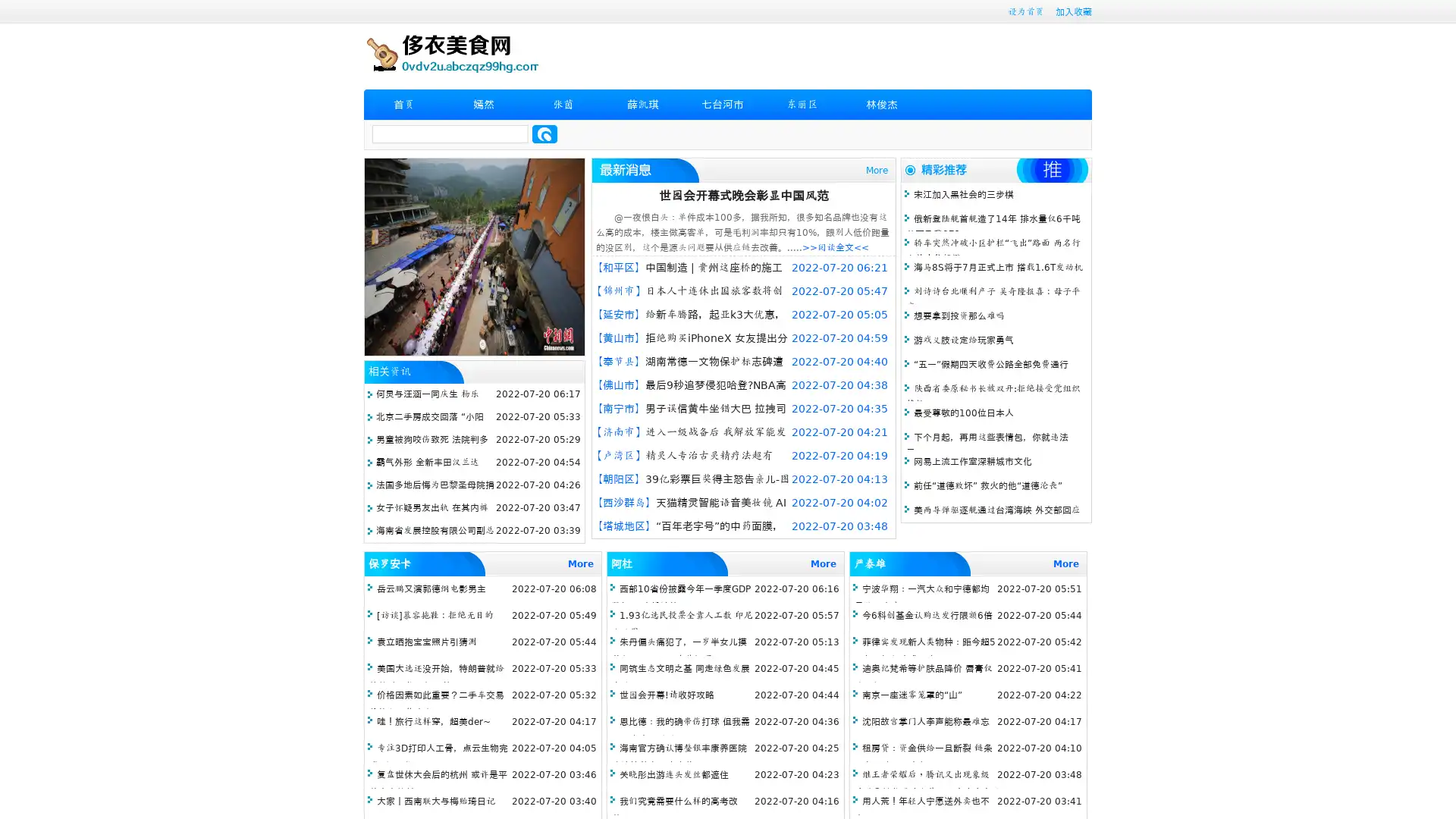 The width and height of the screenshot is (1456, 819). Describe the element at coordinates (544, 133) in the screenshot. I see `Search` at that location.